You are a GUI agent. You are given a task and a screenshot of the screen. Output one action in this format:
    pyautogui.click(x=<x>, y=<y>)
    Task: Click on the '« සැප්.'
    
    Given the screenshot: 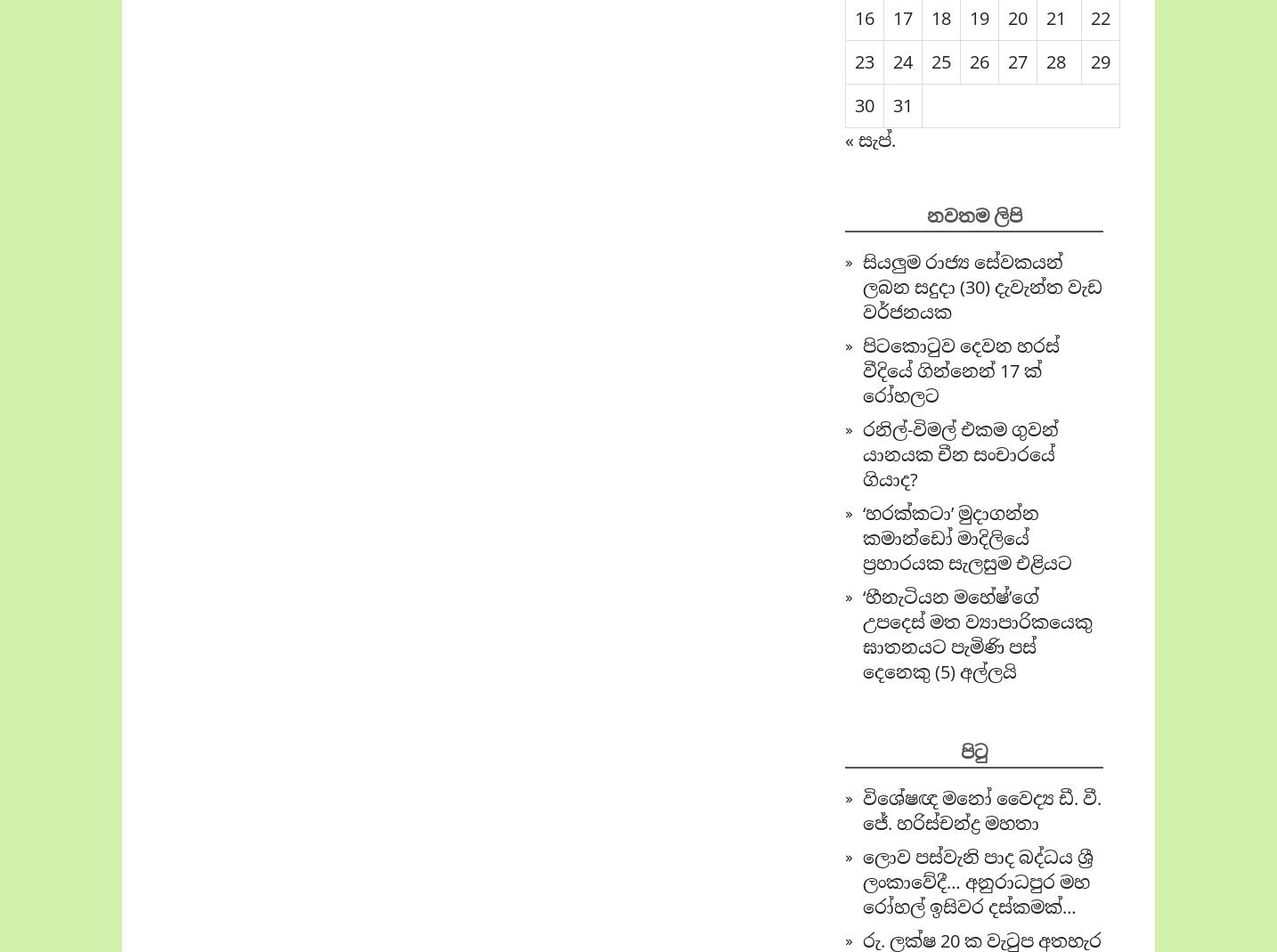 What is the action you would take?
    pyautogui.click(x=869, y=140)
    